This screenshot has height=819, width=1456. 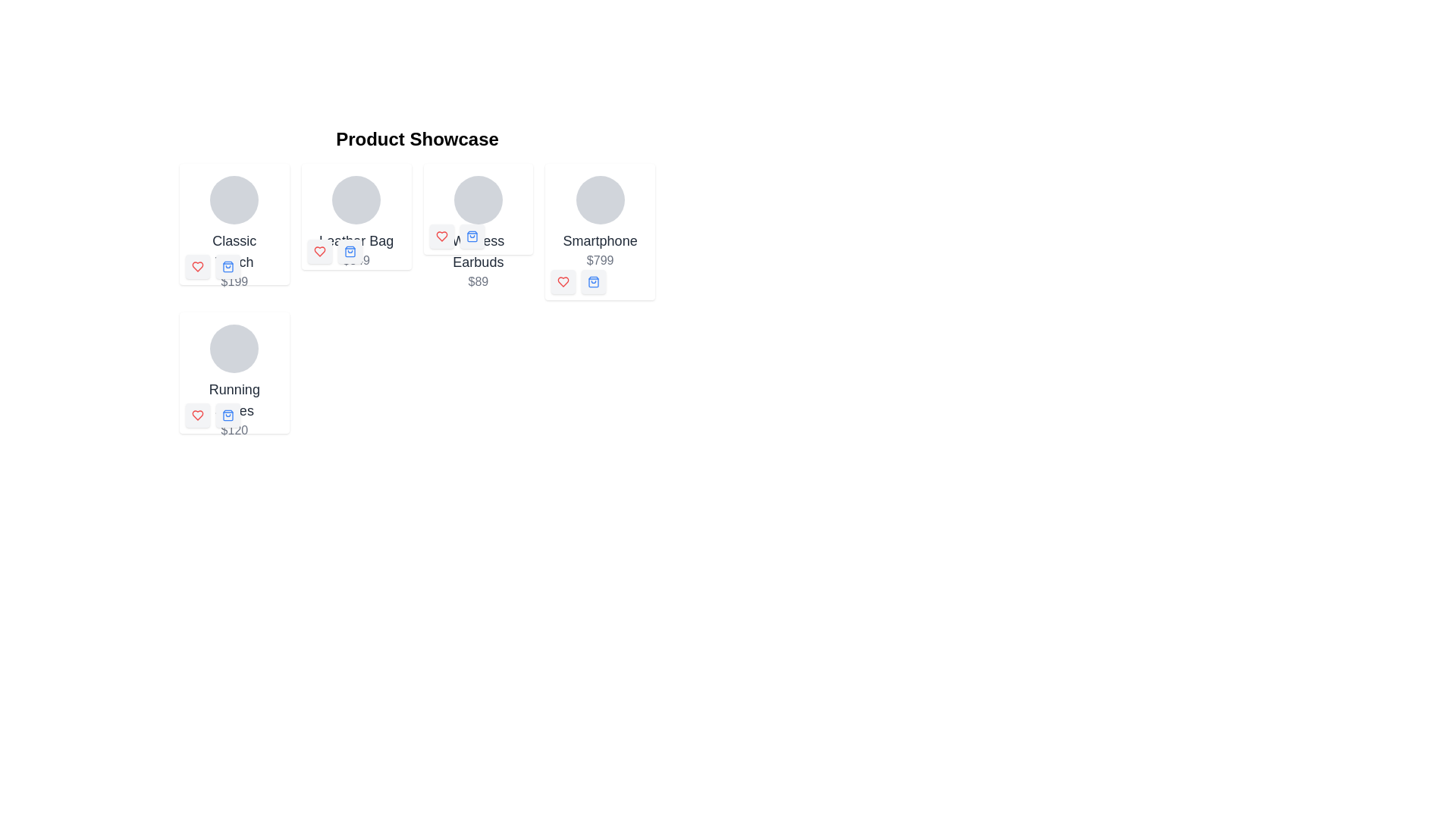 I want to click on the shopping bag icon in the dual icon group at the bottom-left corner of the 'Wireless Earbuds' product card, so click(x=456, y=237).